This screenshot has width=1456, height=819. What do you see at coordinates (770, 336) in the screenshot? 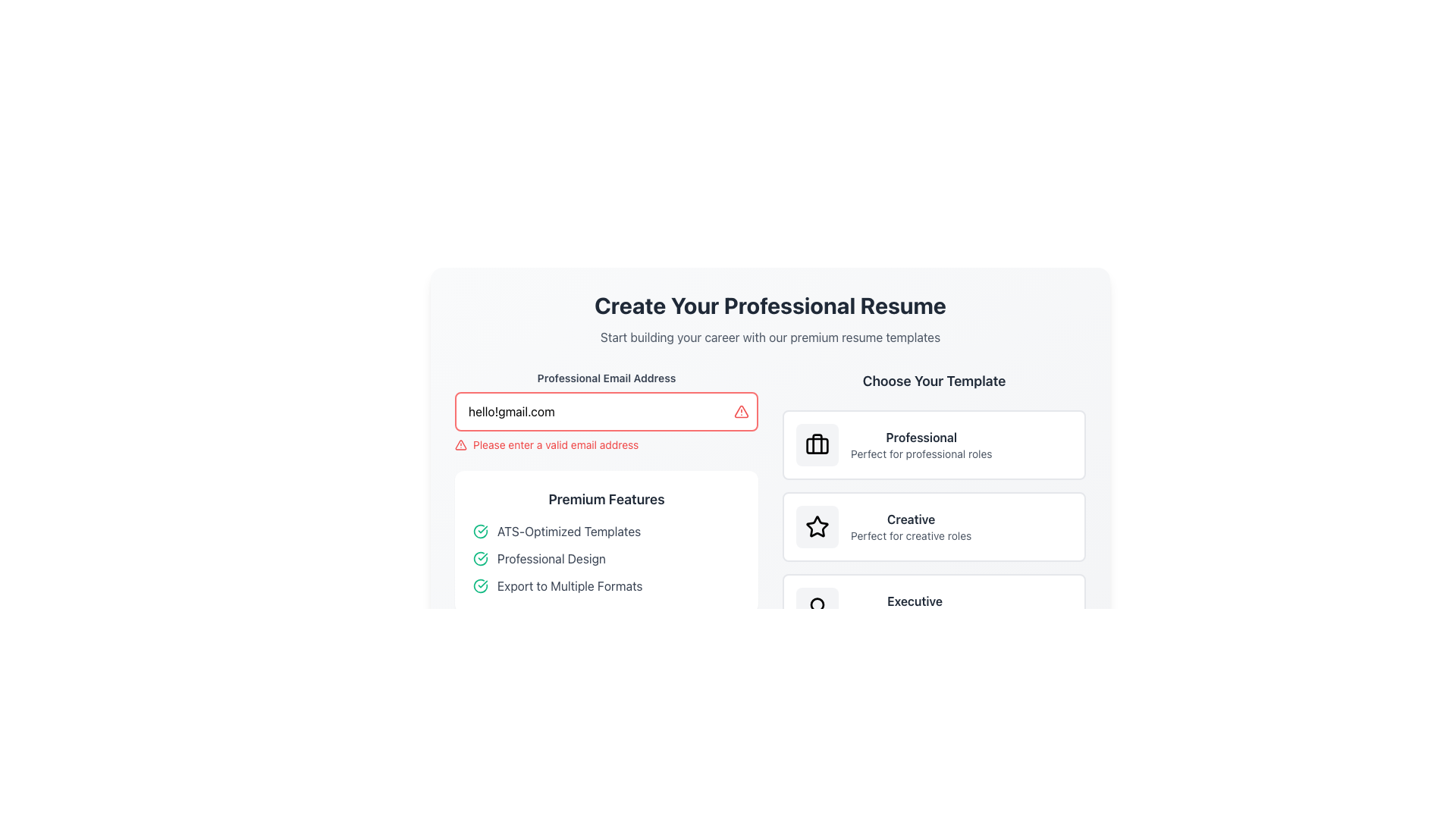
I see `the text displaying 'Start building your career with our premium resume templates', which is styled with a gray font and positioned beneath the heading 'Create Your Professional Resume'` at bounding box center [770, 336].